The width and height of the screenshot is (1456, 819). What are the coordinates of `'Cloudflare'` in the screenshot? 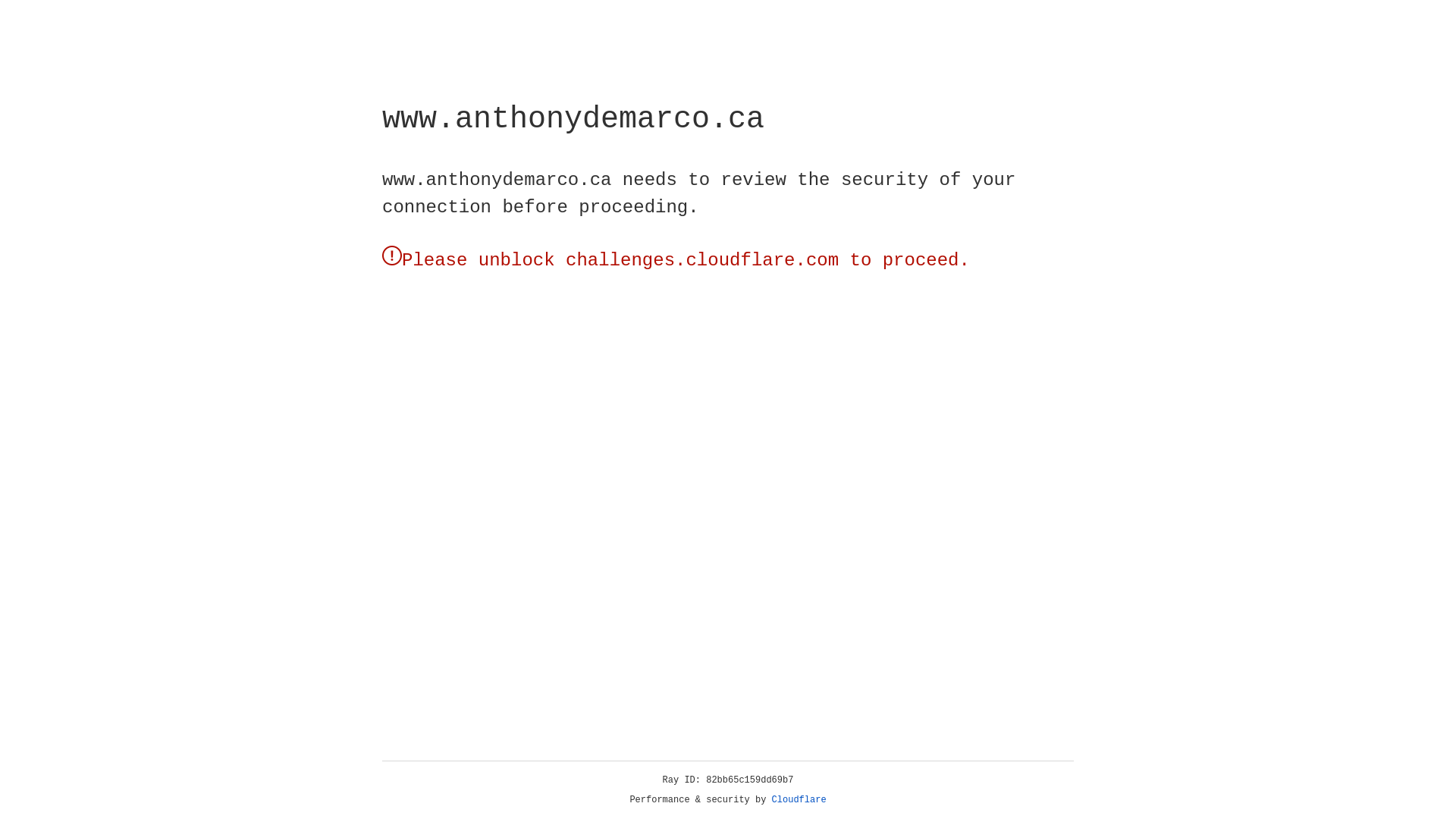 It's located at (771, 799).